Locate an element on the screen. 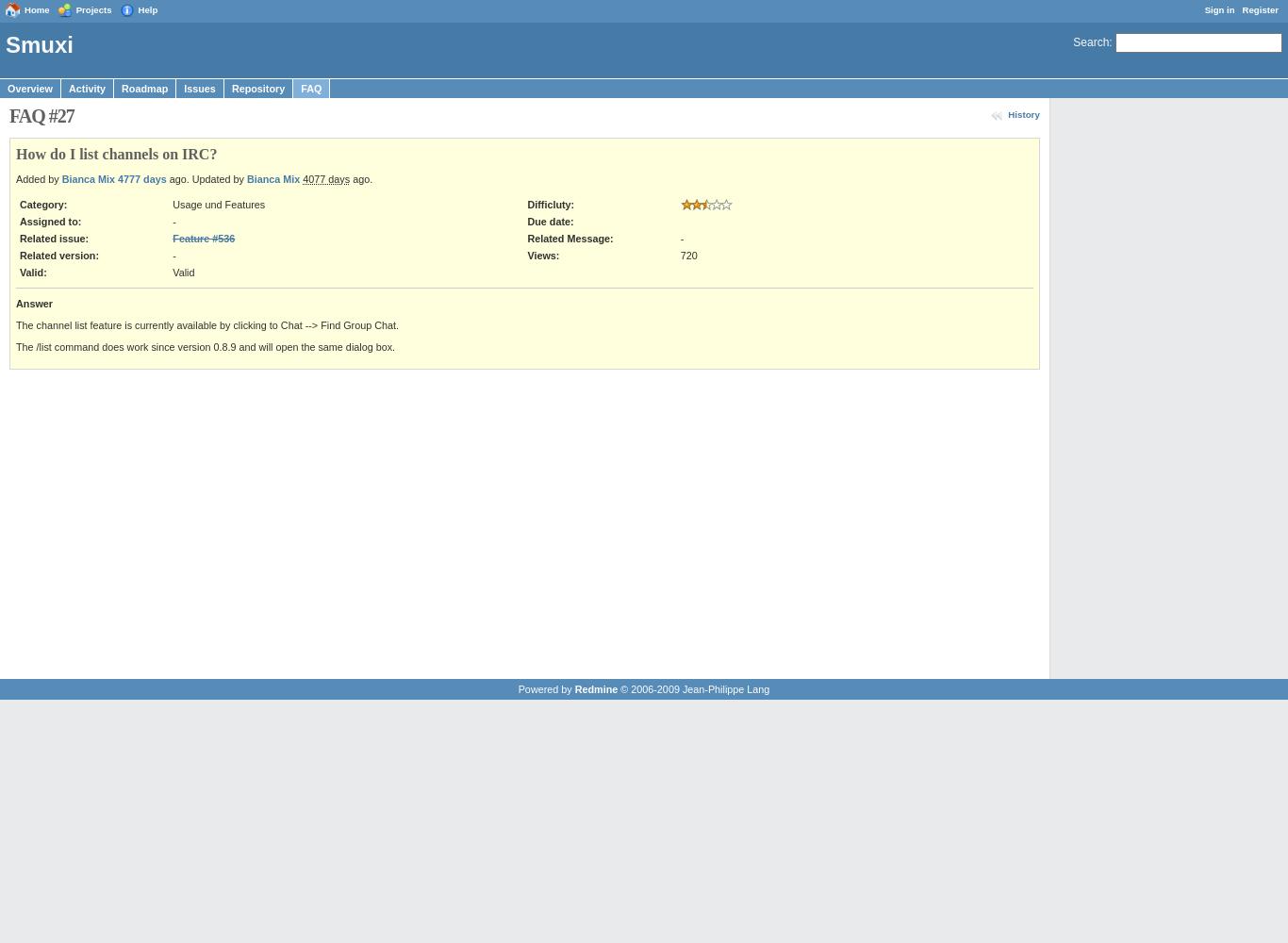 This screenshot has width=1288, height=943. 'Valid:' is located at coordinates (32, 273).